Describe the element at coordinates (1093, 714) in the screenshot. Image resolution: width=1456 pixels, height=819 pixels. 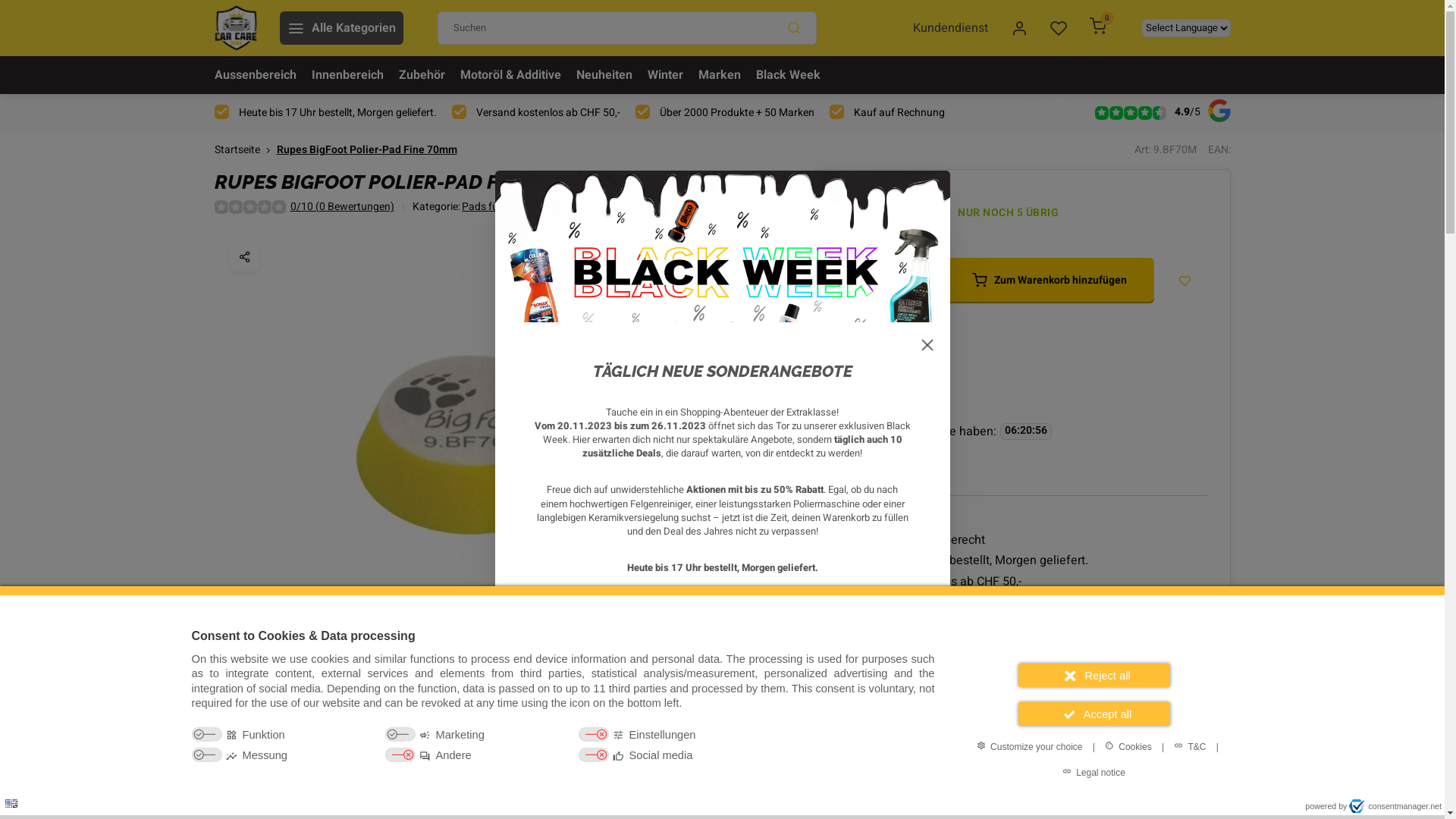
I see `'Accept all'` at that location.